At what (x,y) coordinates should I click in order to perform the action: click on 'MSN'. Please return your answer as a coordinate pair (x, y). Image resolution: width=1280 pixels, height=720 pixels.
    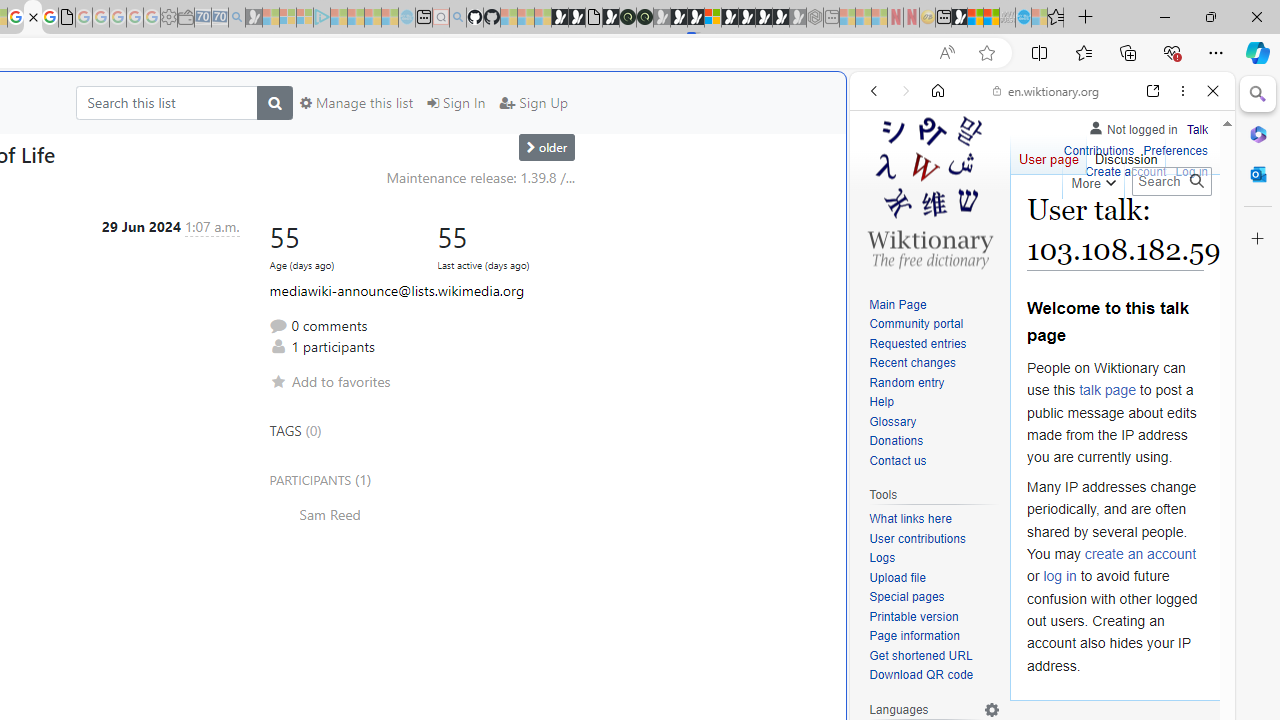
    Looking at the image, I should click on (958, 17).